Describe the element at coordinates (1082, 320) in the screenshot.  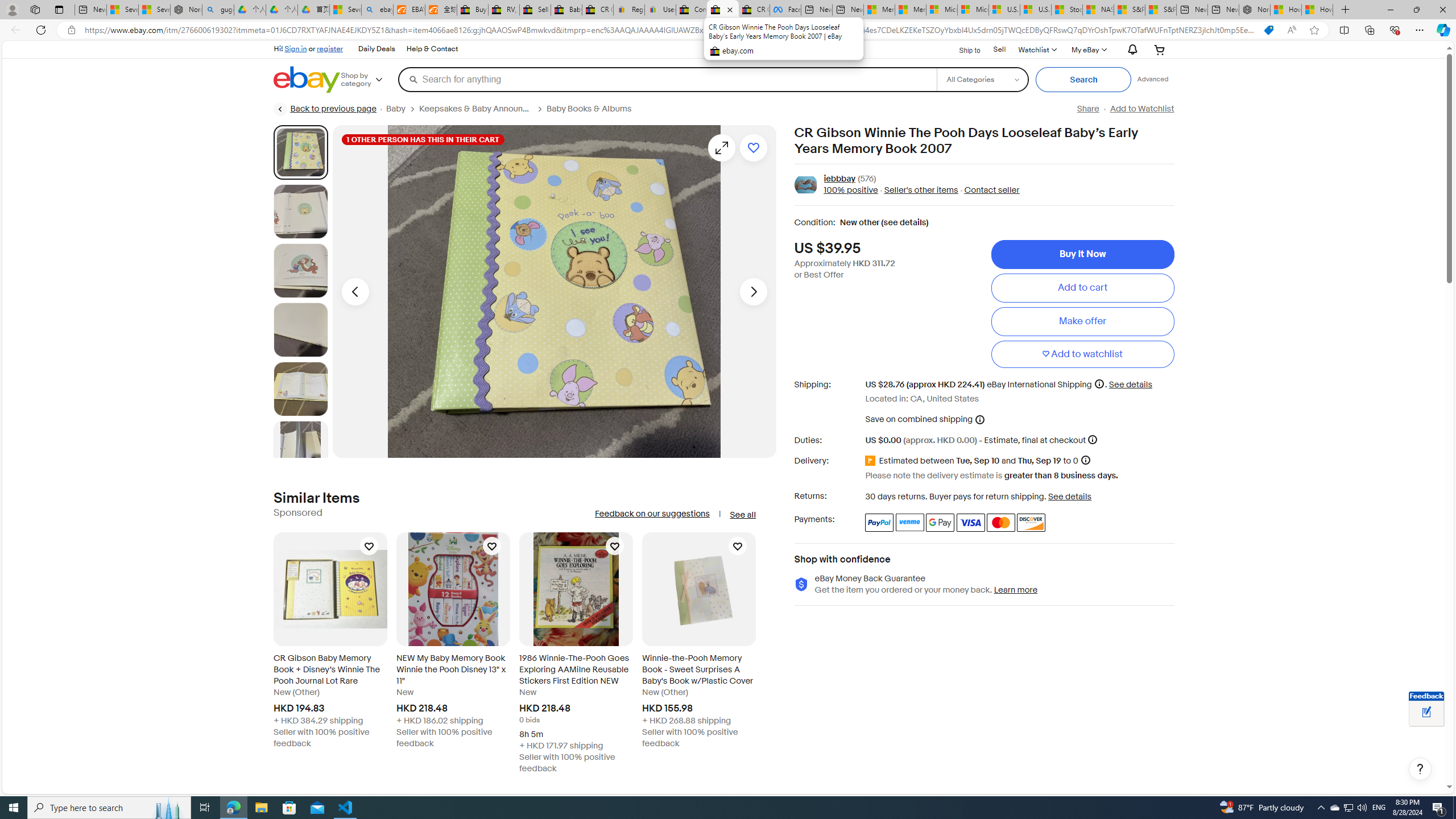
I see `'Make offer'` at that location.